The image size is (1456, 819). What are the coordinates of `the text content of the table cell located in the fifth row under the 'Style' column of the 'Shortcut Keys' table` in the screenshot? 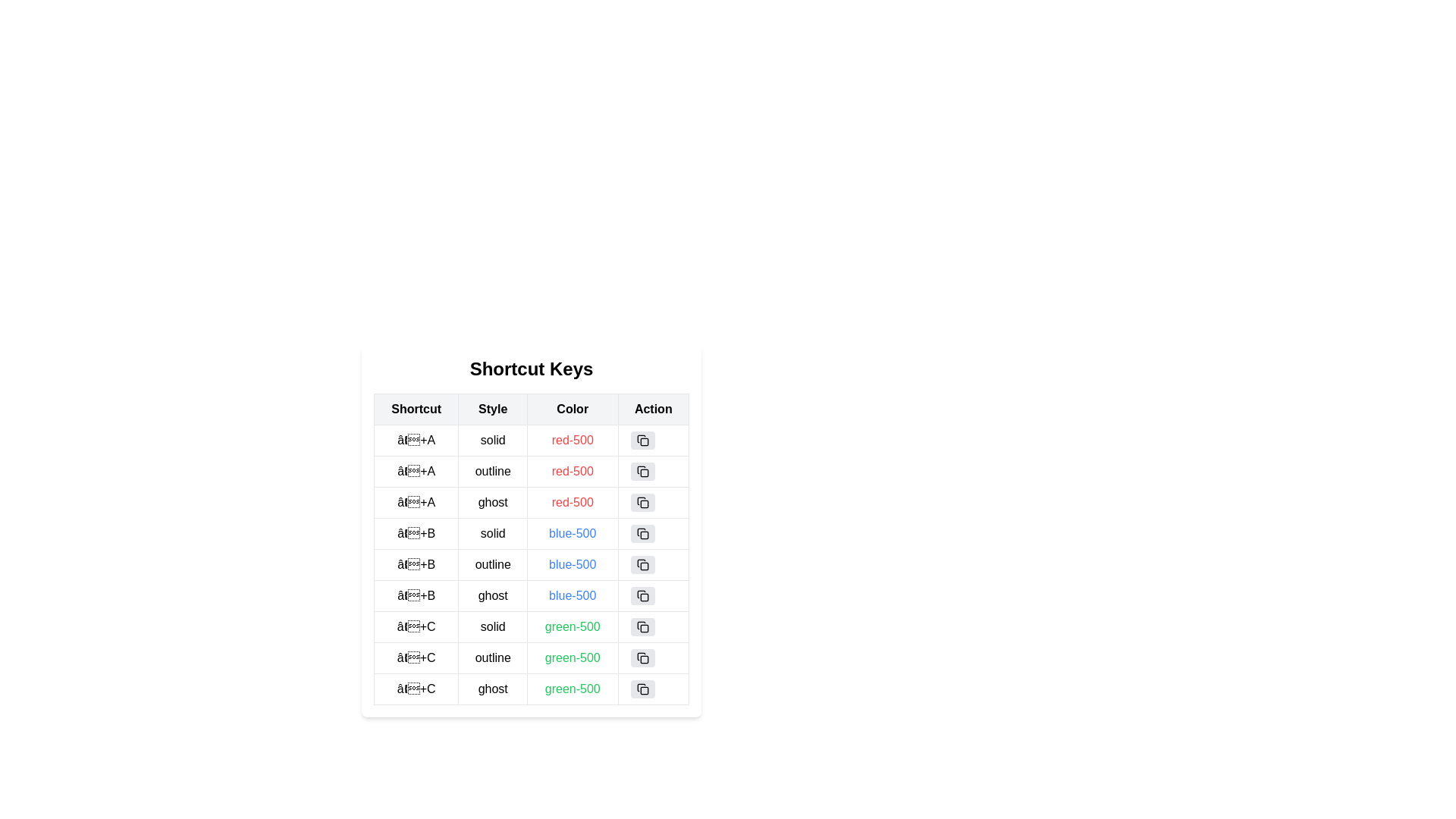 It's located at (531, 549).